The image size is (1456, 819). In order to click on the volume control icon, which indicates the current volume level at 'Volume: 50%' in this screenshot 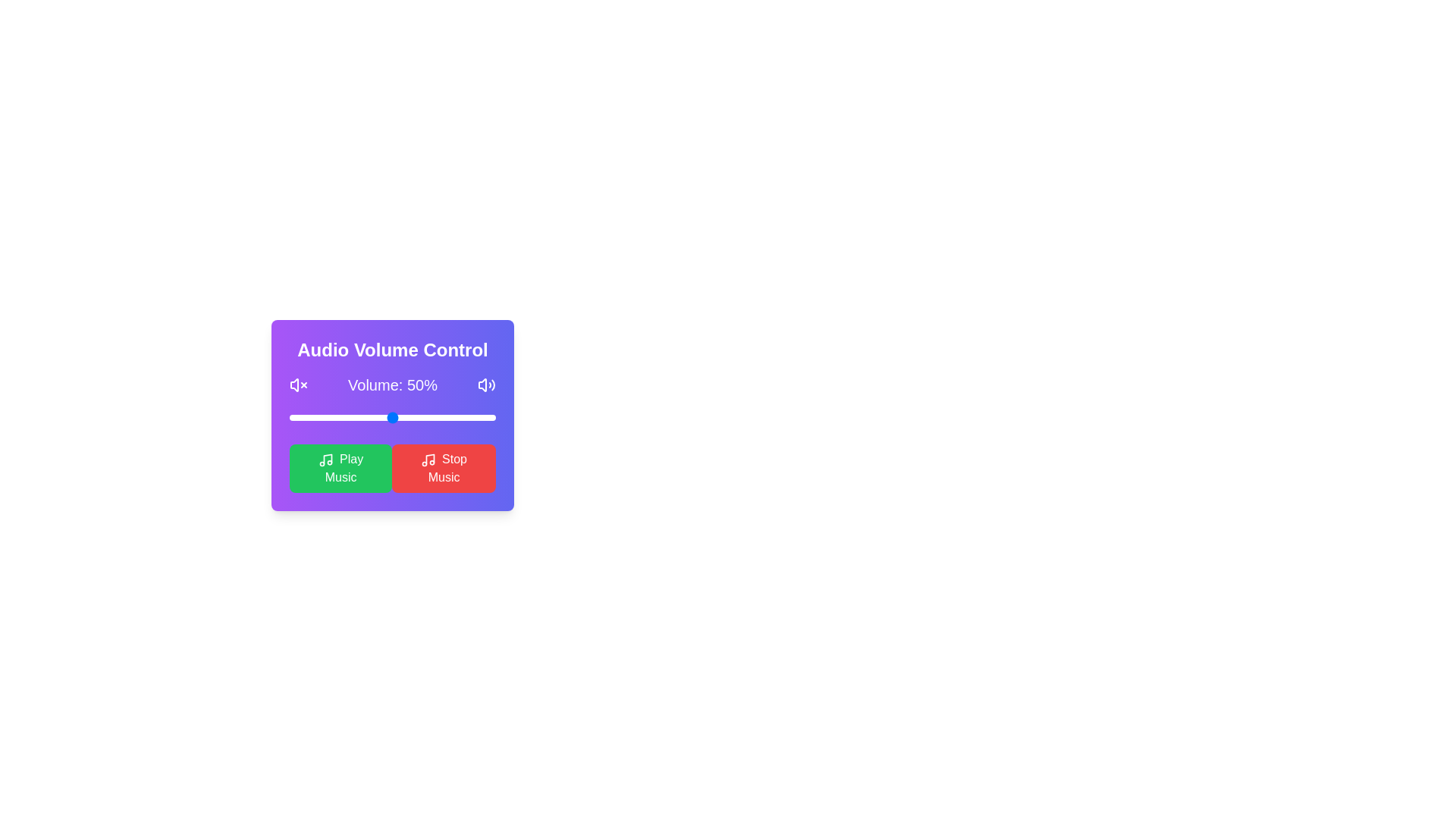, I will do `click(487, 384)`.